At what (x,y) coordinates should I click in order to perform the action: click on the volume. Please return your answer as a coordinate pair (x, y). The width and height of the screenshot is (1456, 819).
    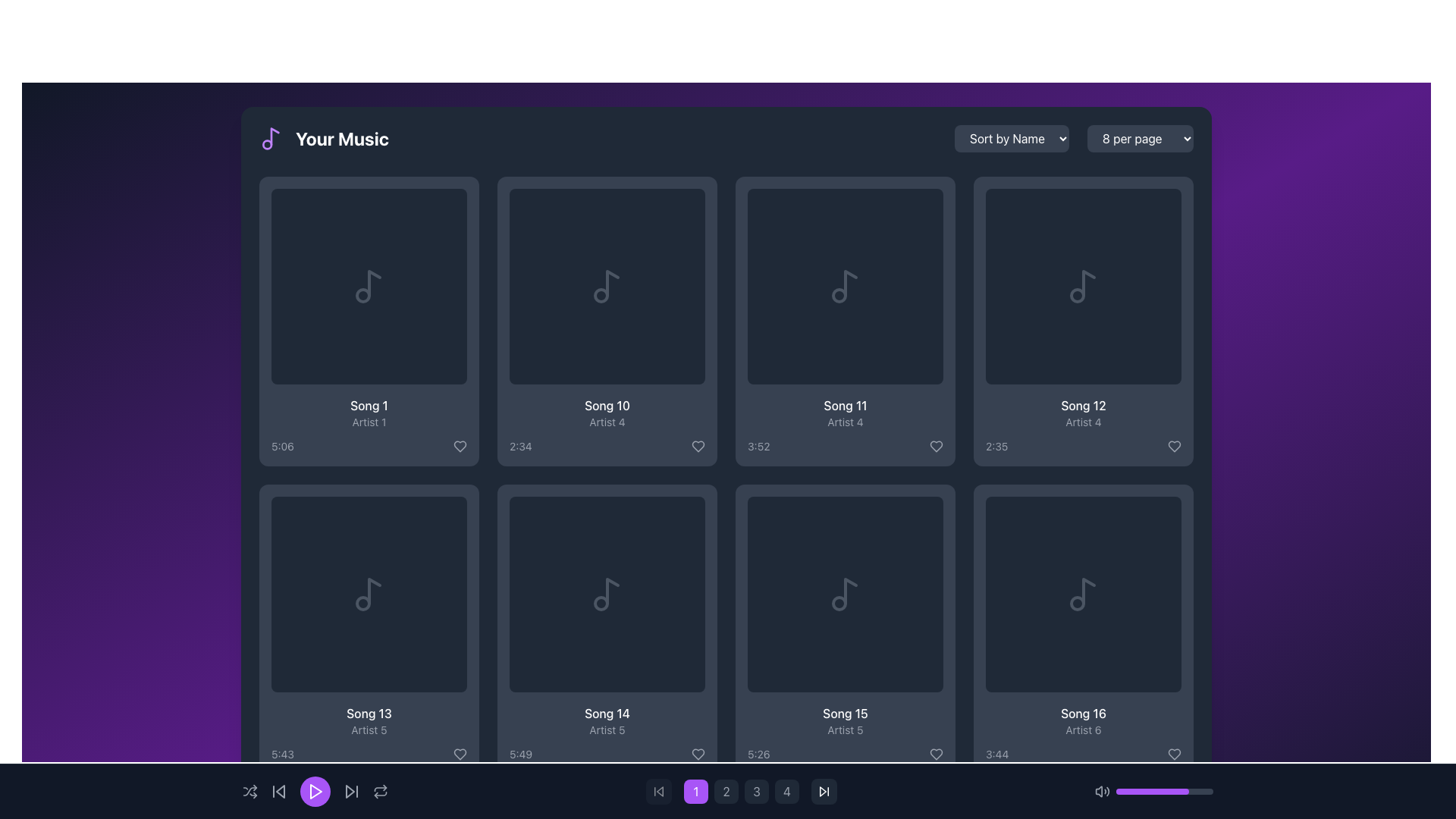
    Looking at the image, I should click on (1134, 791).